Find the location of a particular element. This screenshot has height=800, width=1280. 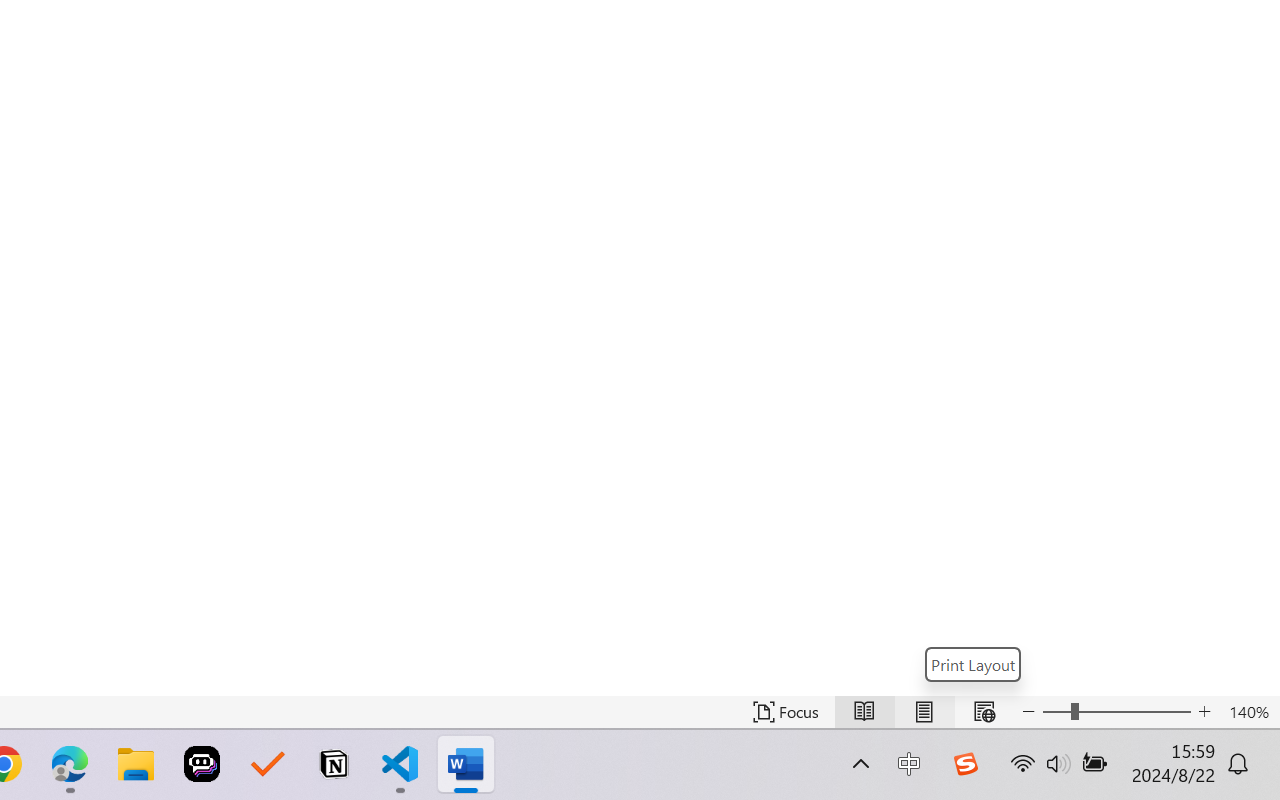

'Zoom Out' is located at coordinates (1055, 711).